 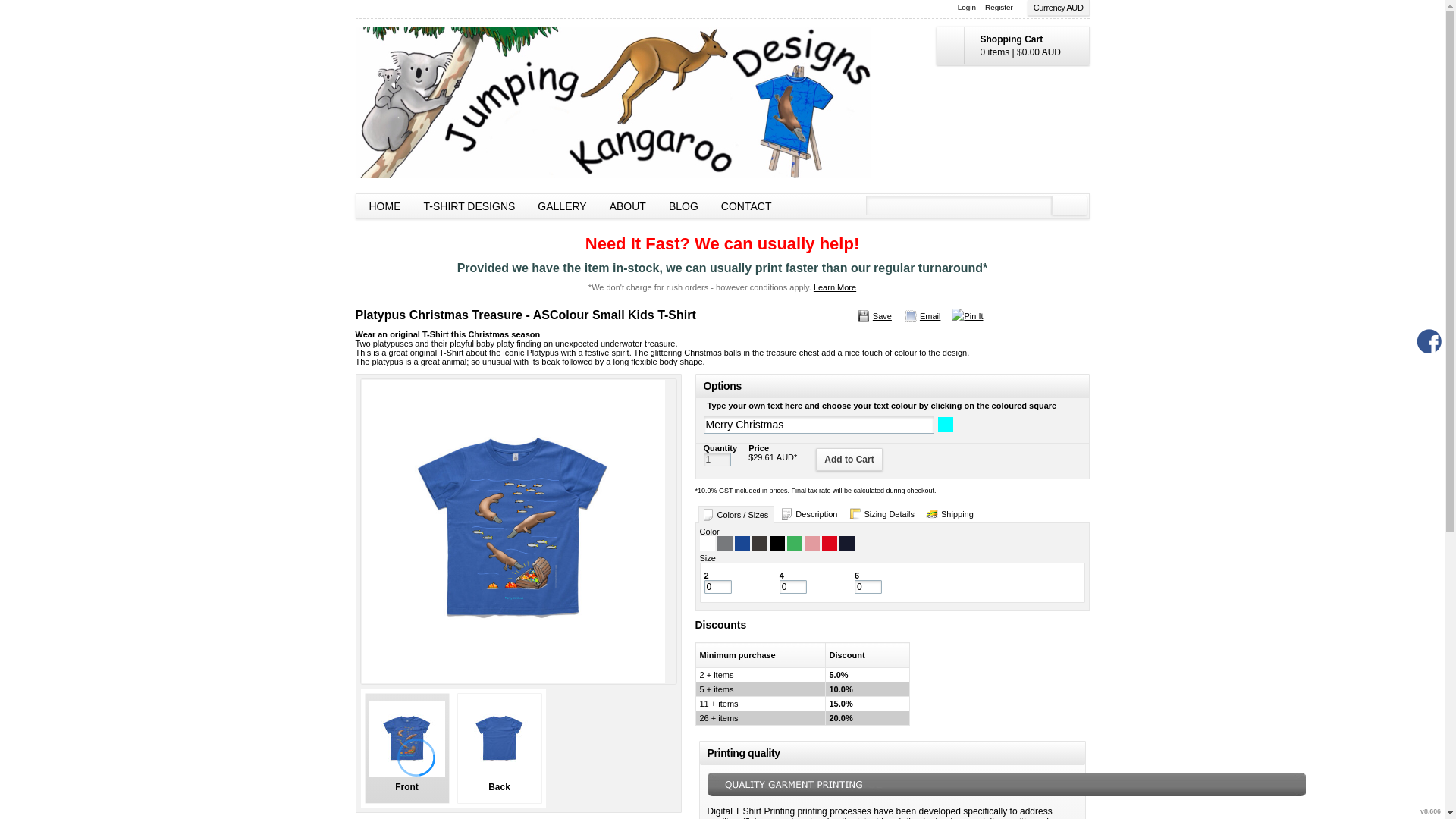 What do you see at coordinates (760, 543) in the screenshot?
I see `'Charcoal'` at bounding box center [760, 543].